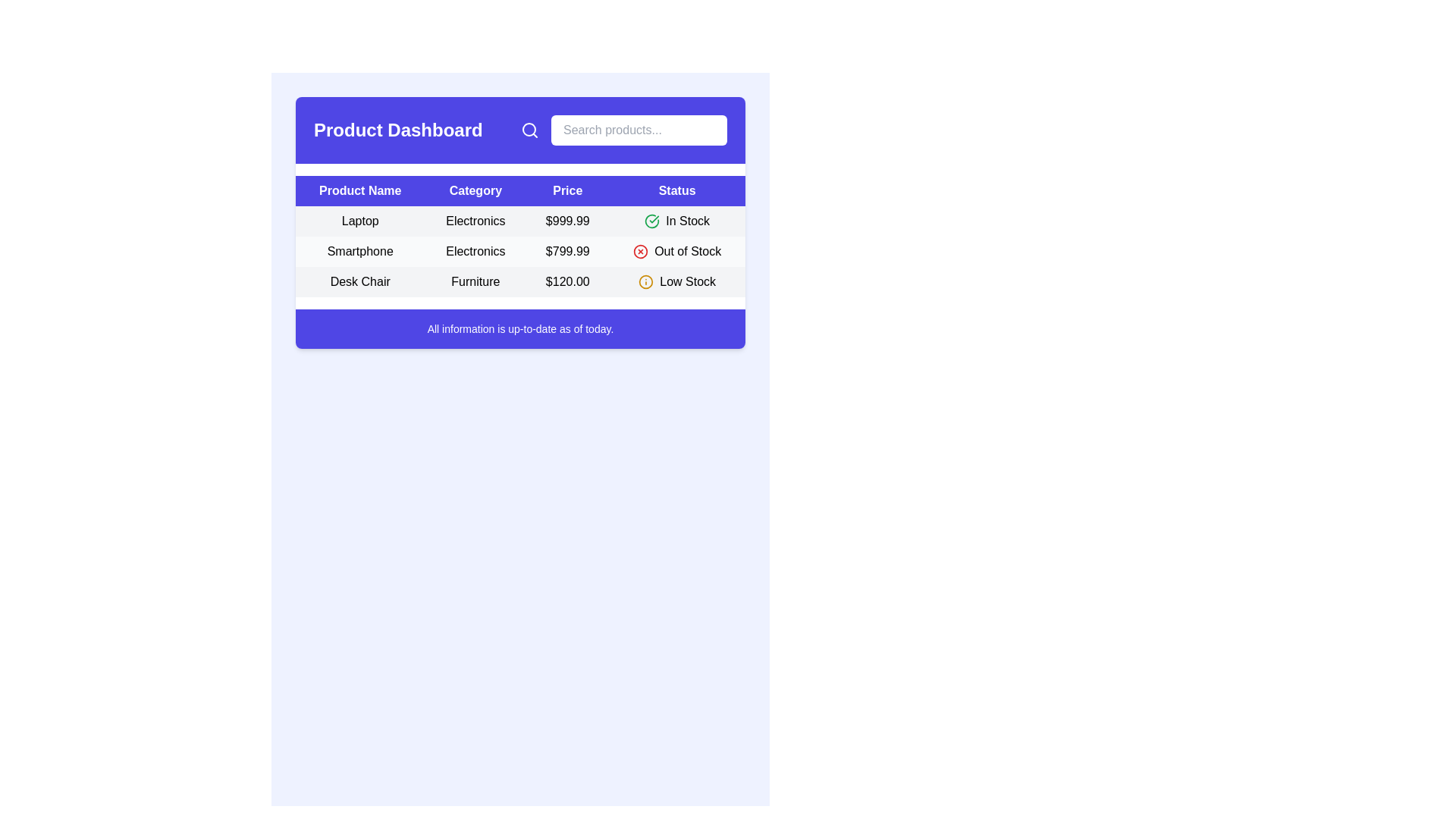  I want to click on the 'Out of Stock' text label in the 'Status' column, second row of the table, which is styled with a clear, sans-serif font and located next to the price '799.99', so click(687, 250).